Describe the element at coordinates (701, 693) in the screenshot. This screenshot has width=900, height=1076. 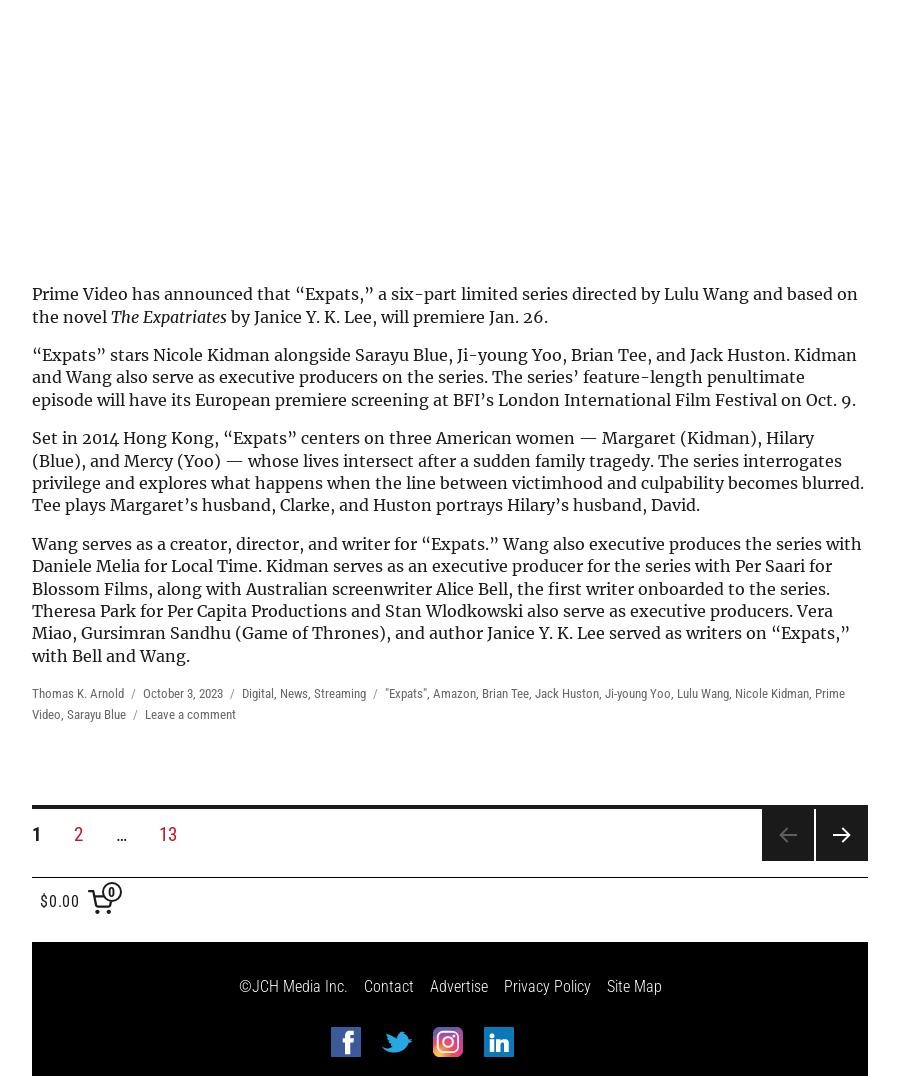
I see `'Lulu Wang'` at that location.